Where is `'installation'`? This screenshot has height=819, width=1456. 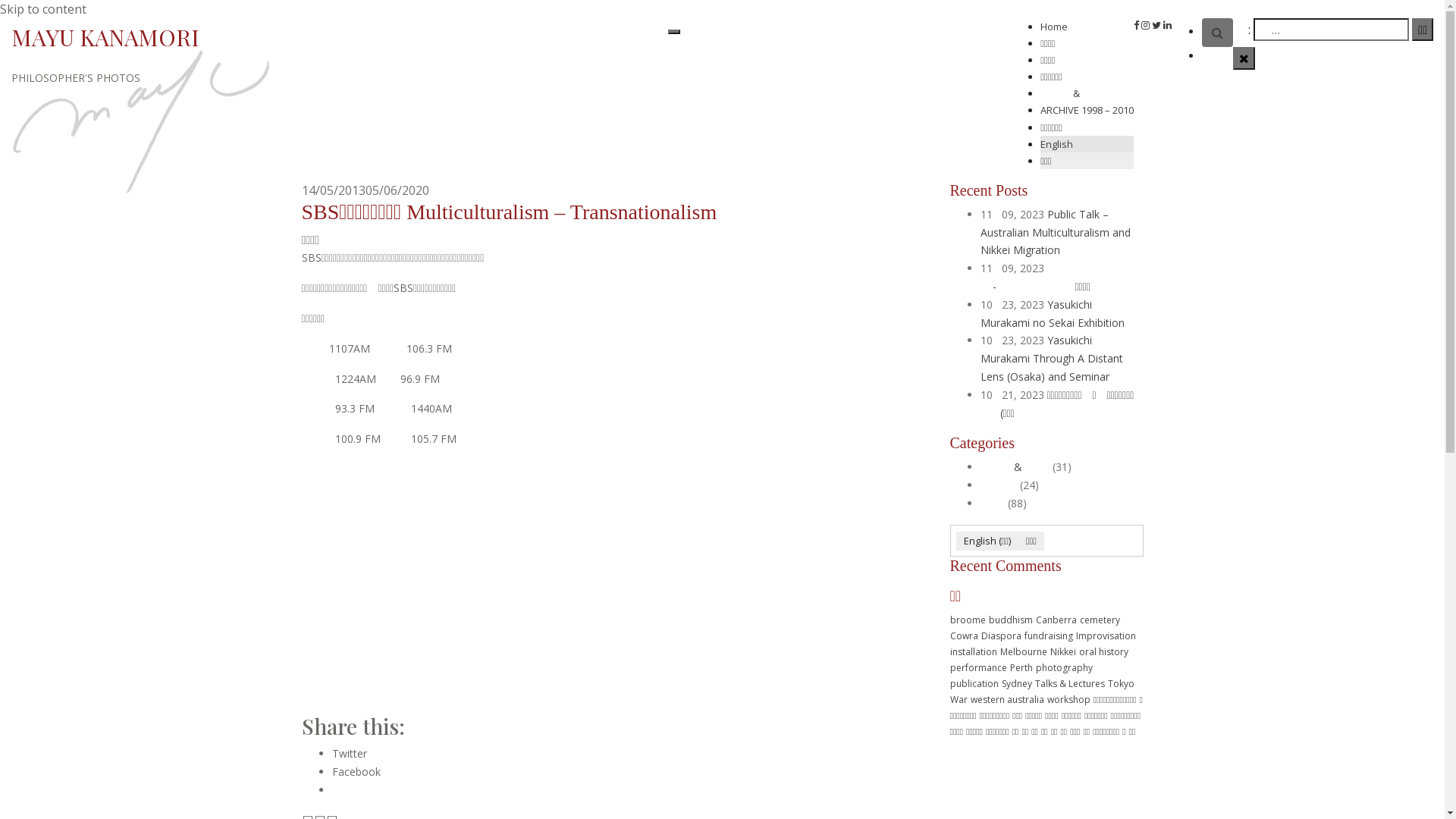
'installation' is located at coordinates (972, 651).